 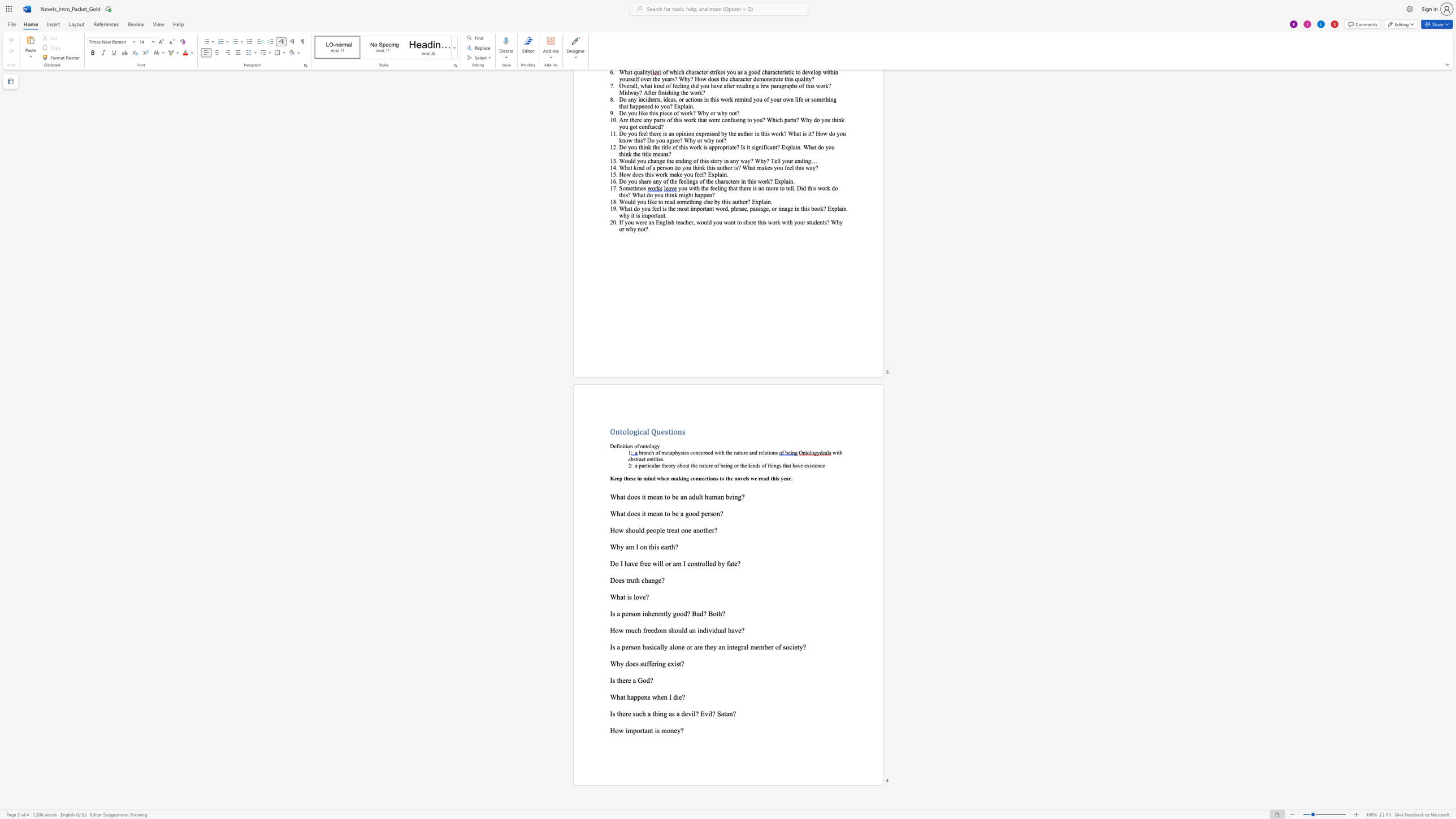 I want to click on the 1th character "g" in the text, so click(x=663, y=664).